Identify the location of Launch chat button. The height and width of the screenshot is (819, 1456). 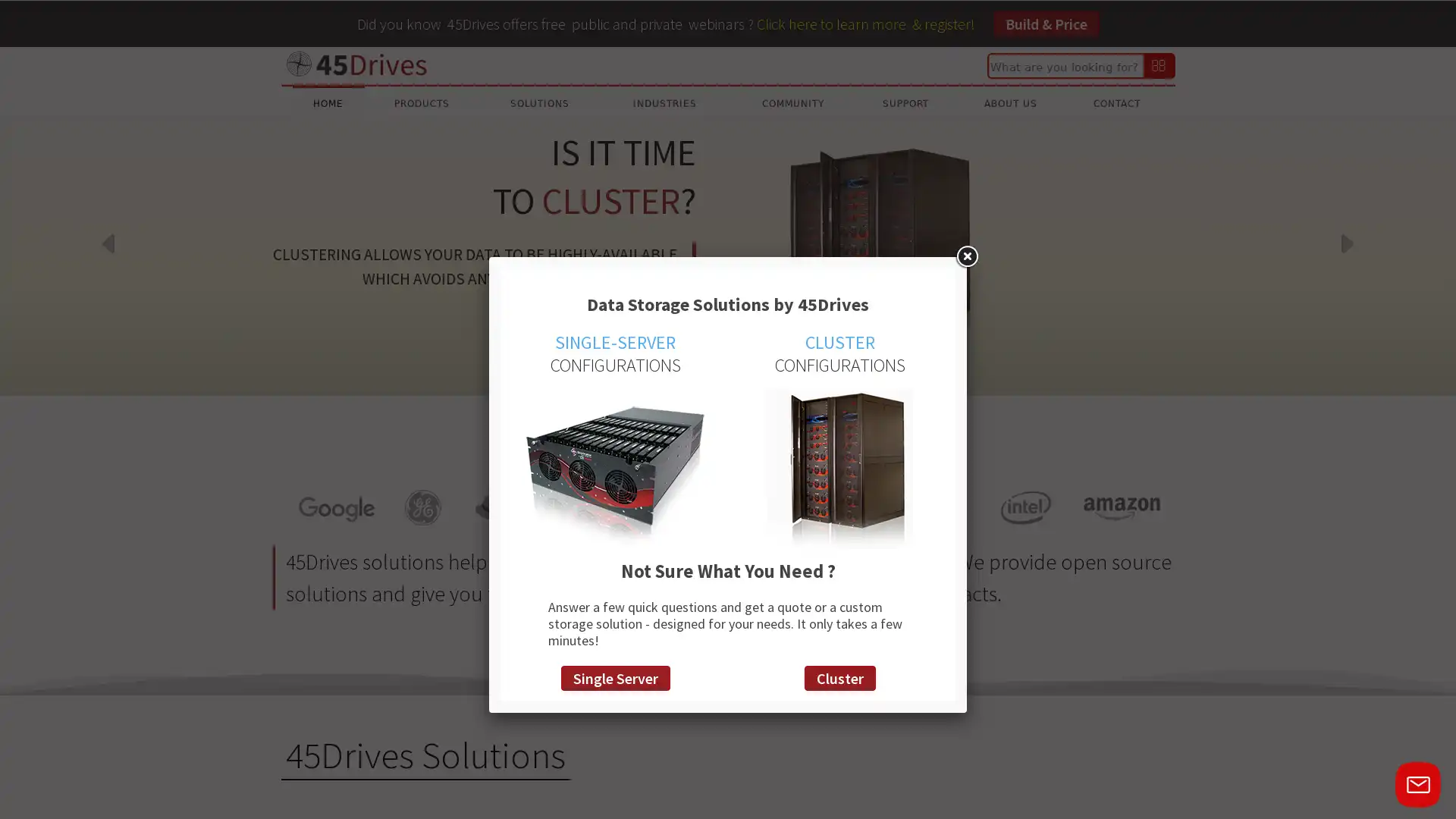
(1417, 784).